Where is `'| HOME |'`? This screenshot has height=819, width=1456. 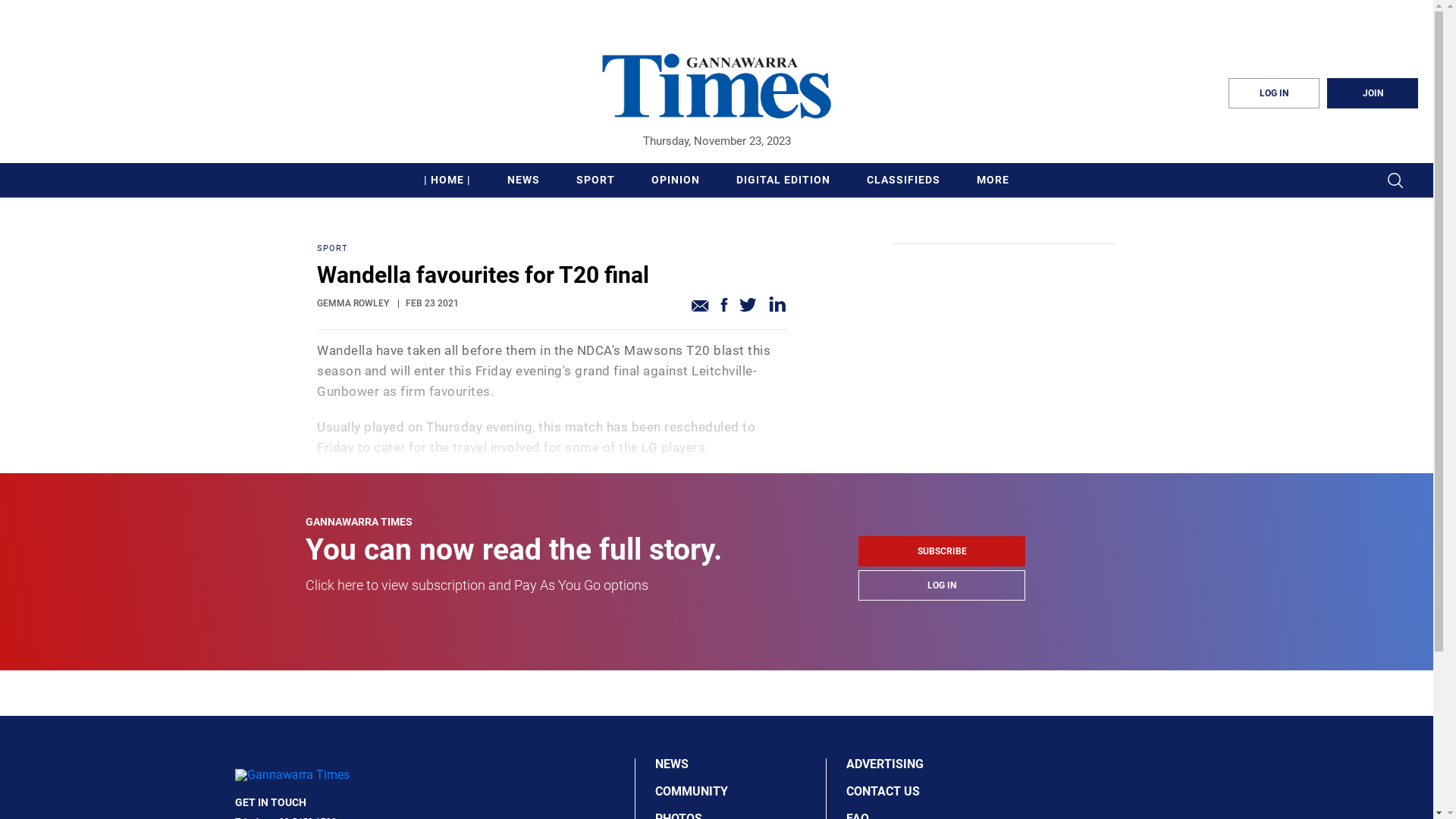 '| HOME |' is located at coordinates (447, 179).